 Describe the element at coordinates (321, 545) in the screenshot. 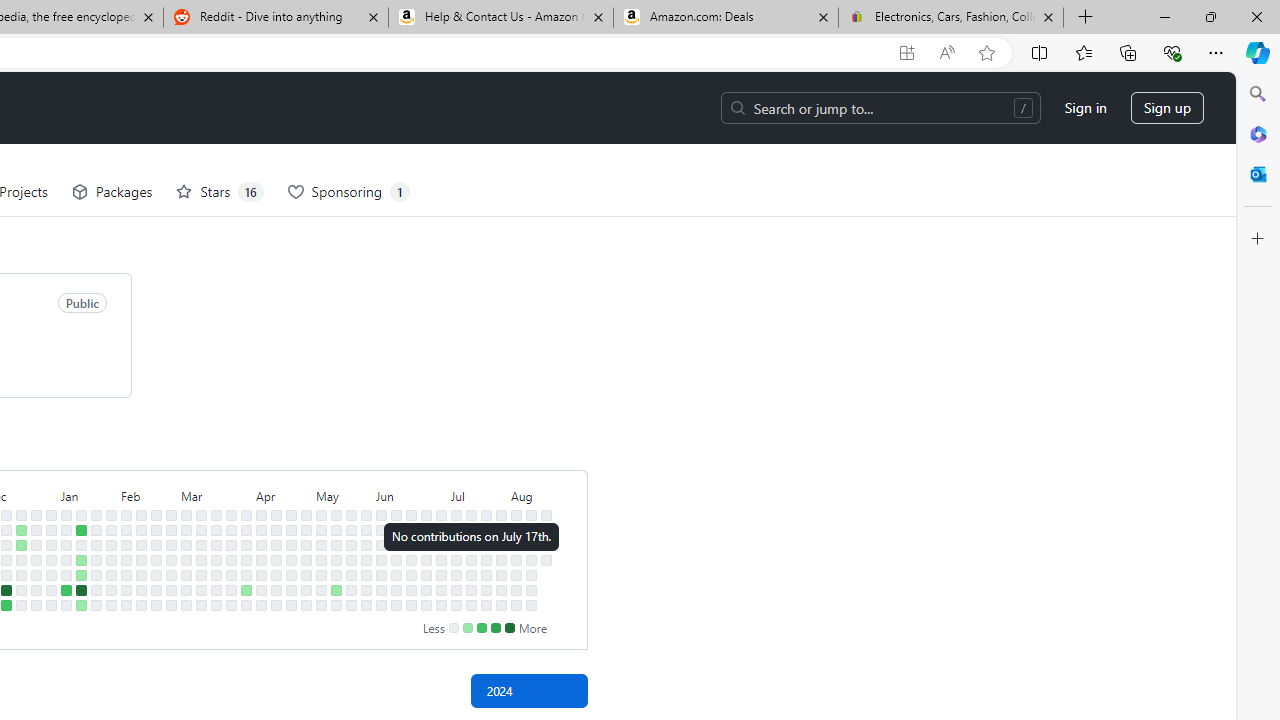

I see `'No contributions on May 7th.'` at that location.